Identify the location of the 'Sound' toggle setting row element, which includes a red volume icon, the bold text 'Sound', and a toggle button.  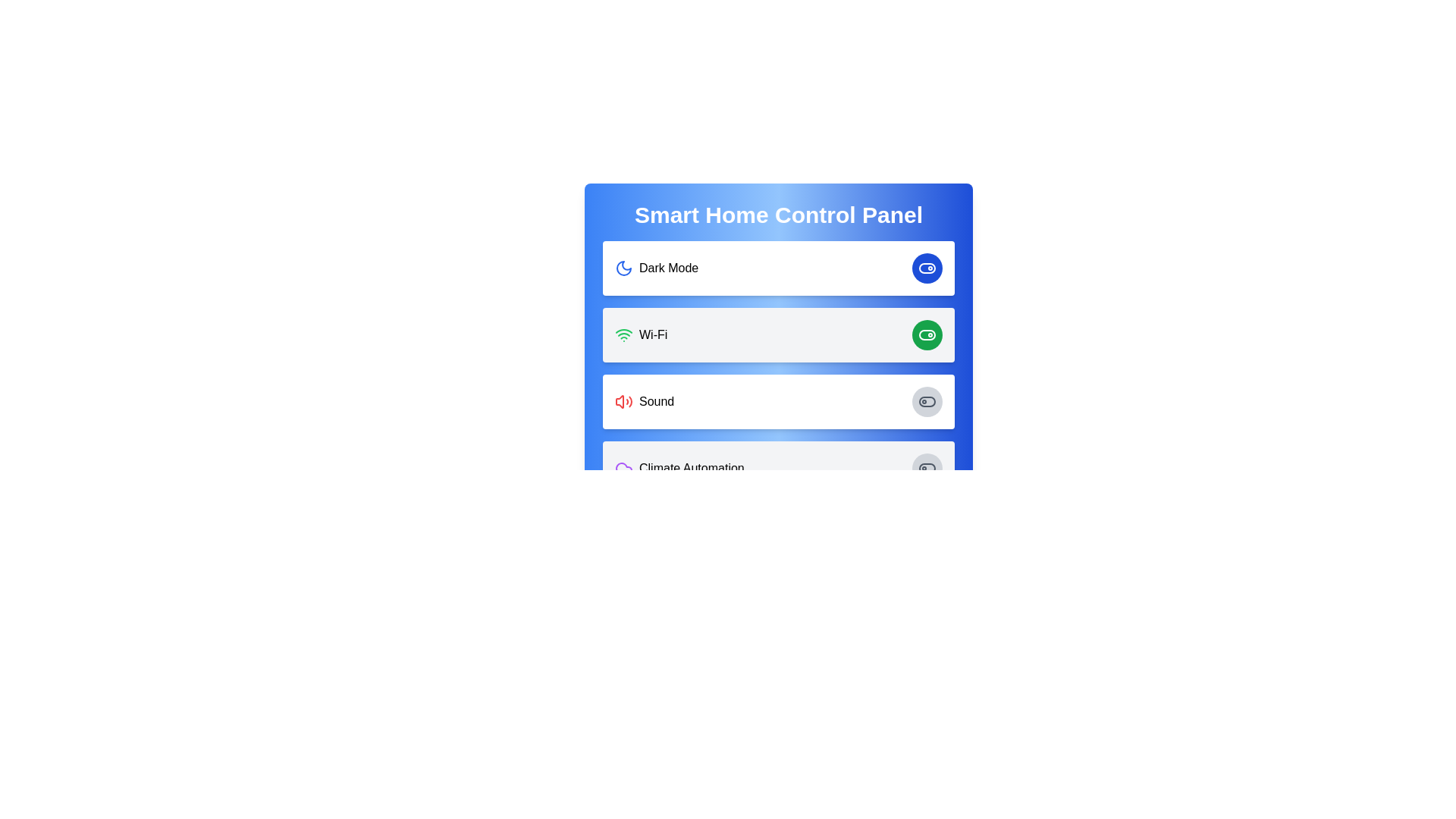
(779, 400).